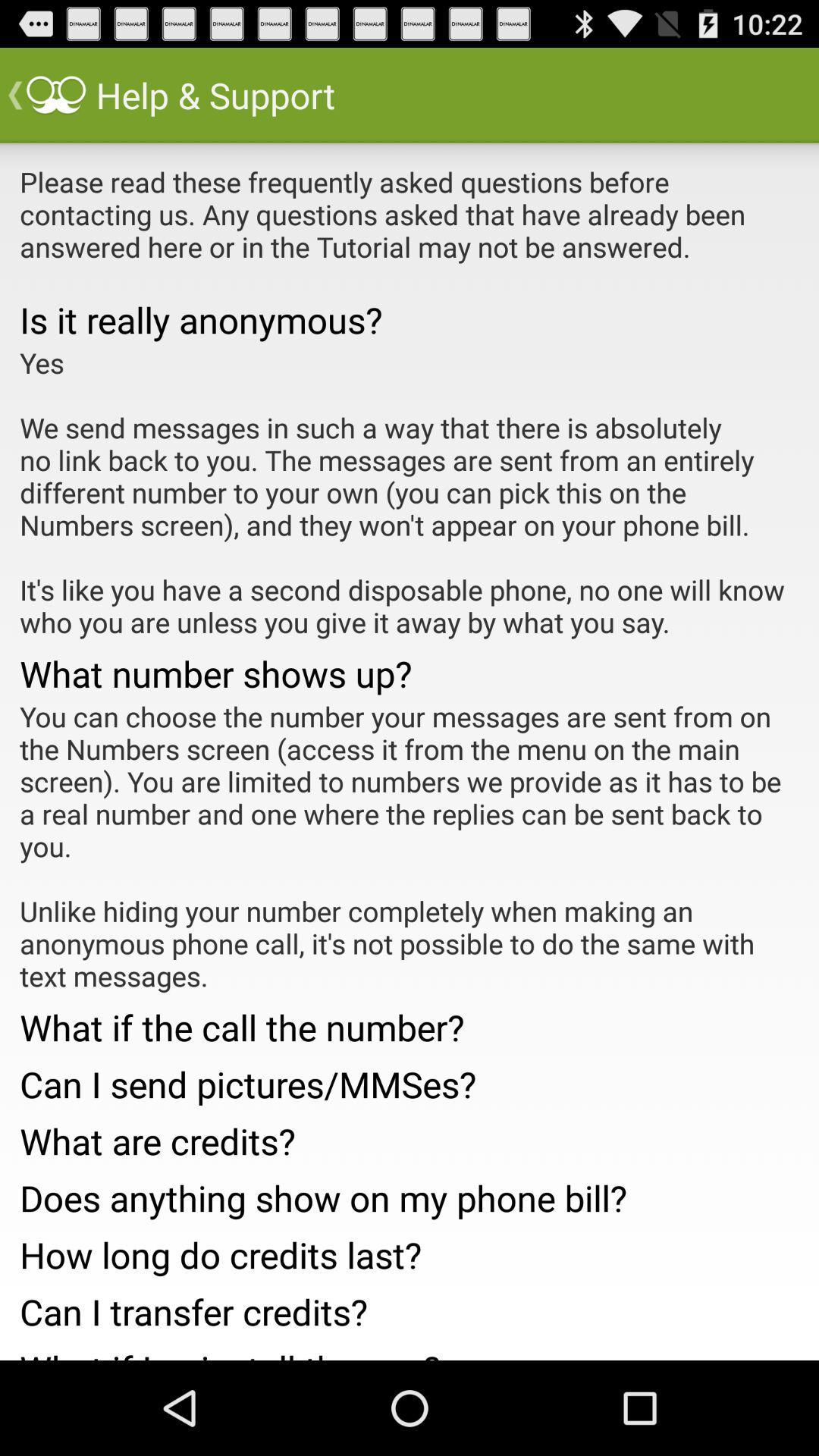 Image resolution: width=819 pixels, height=1456 pixels. I want to click on you can choose app, so click(409, 845).